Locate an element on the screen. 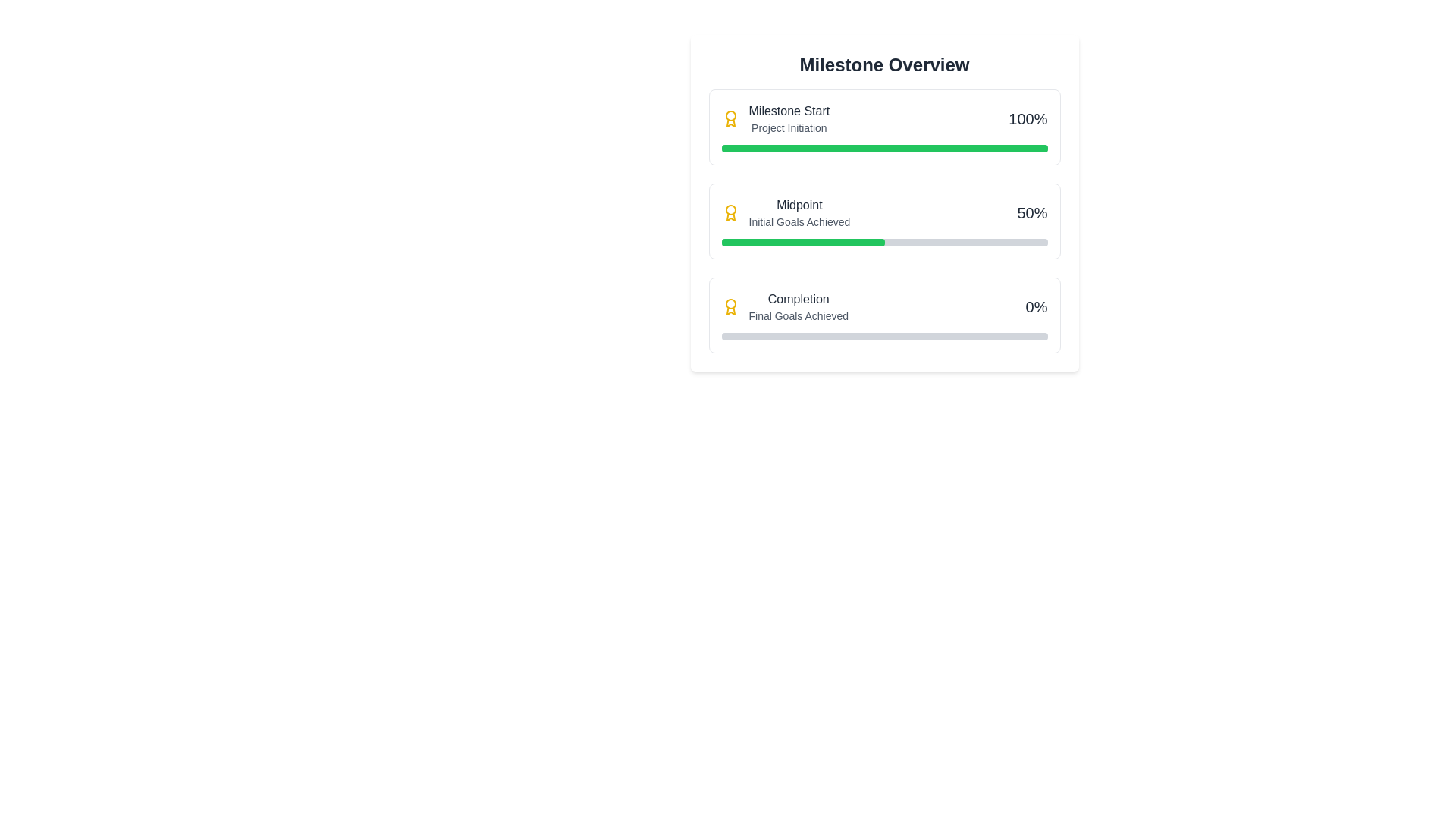 The image size is (1456, 819). the Information display block that shows the progress achieved at the midpoint milestone of a task or project for more details is located at coordinates (884, 213).